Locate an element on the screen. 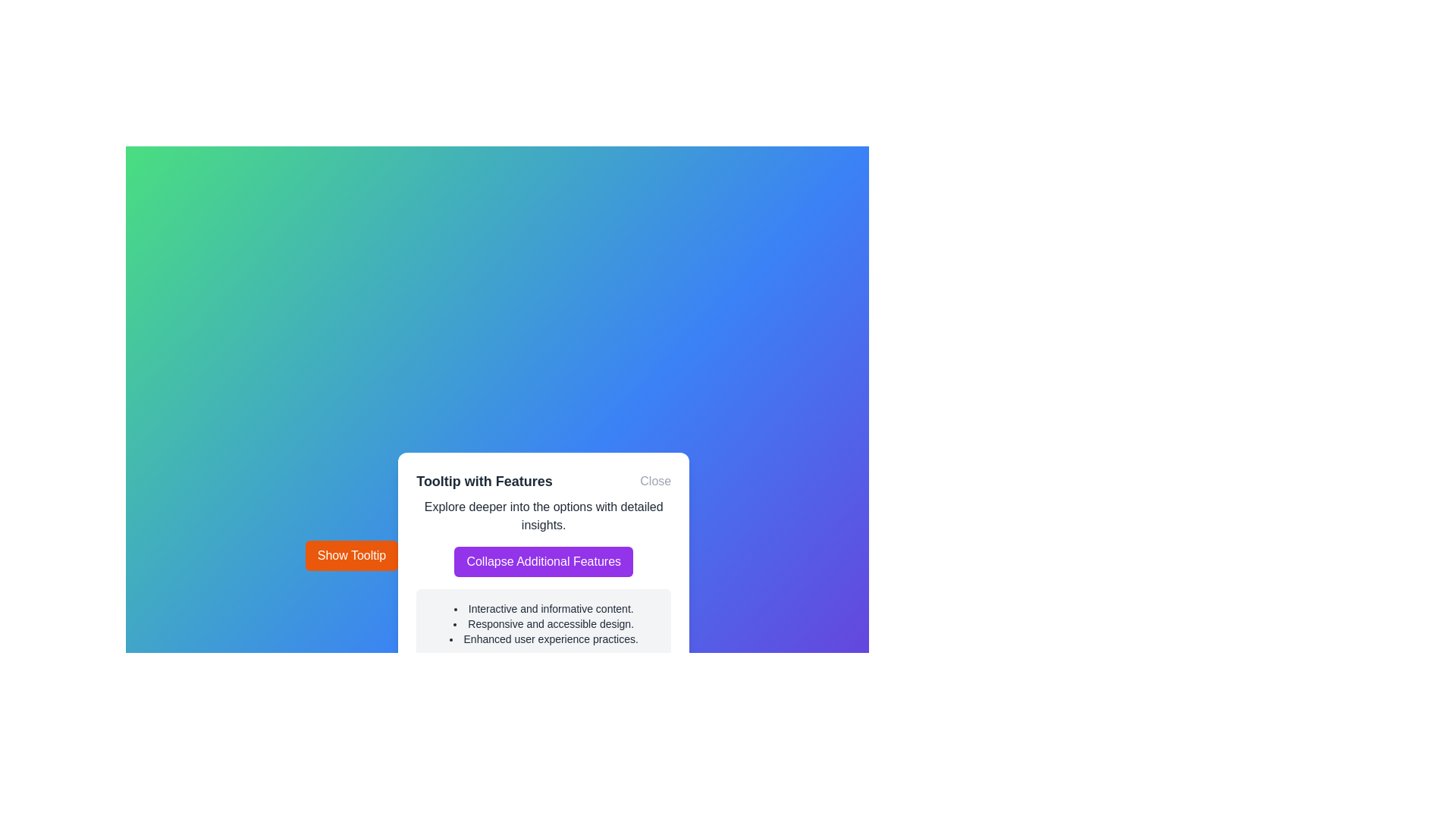 The width and height of the screenshot is (1456, 819). the third item in the vertical bulleted list within the tooltip titled 'Tooltip with Features' is located at coordinates (544, 639).